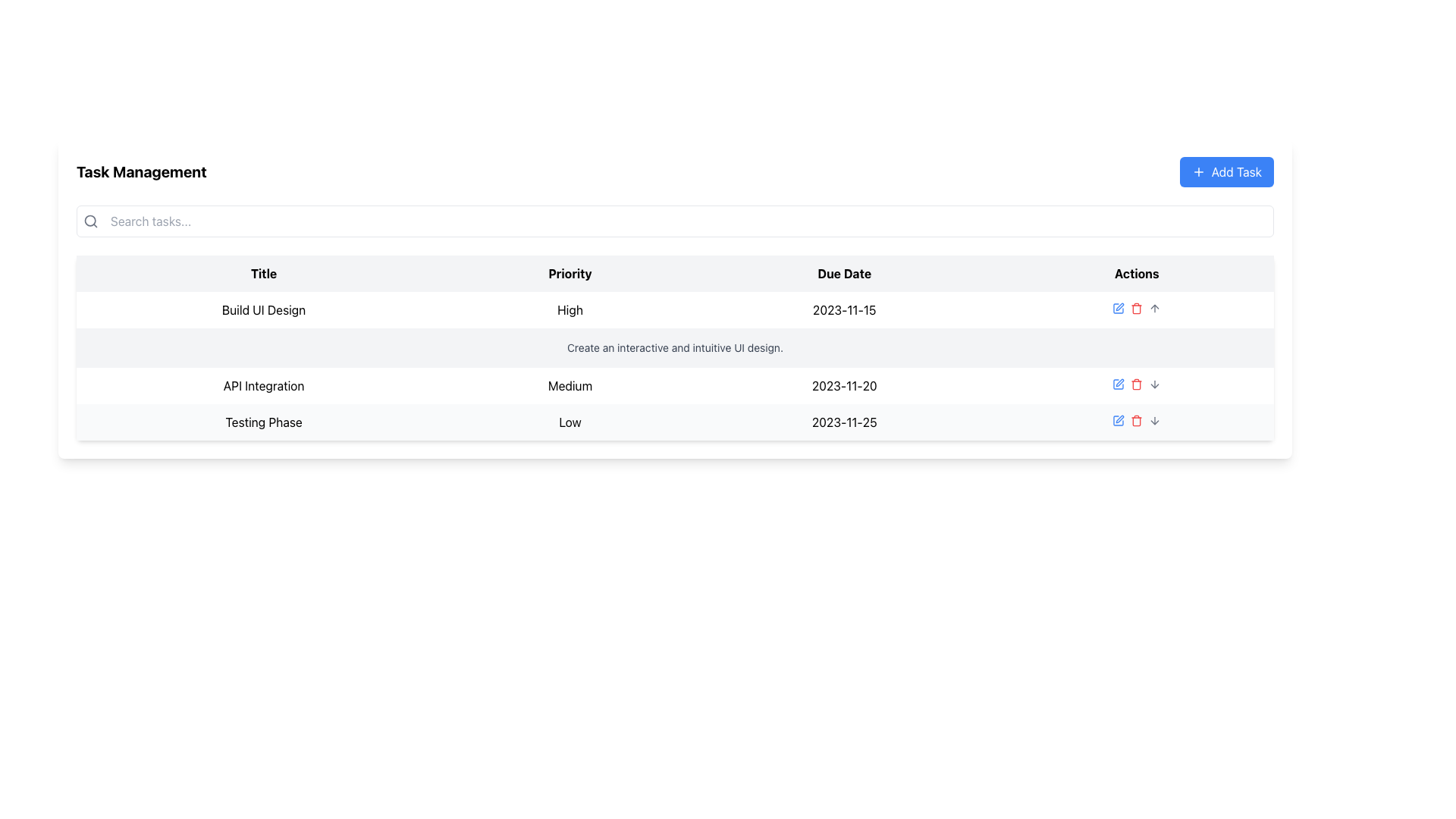  Describe the element at coordinates (1154, 308) in the screenshot. I see `the upward-pointing arrow icon in the 'Actions' column of the 'API Integration' task row` at that location.